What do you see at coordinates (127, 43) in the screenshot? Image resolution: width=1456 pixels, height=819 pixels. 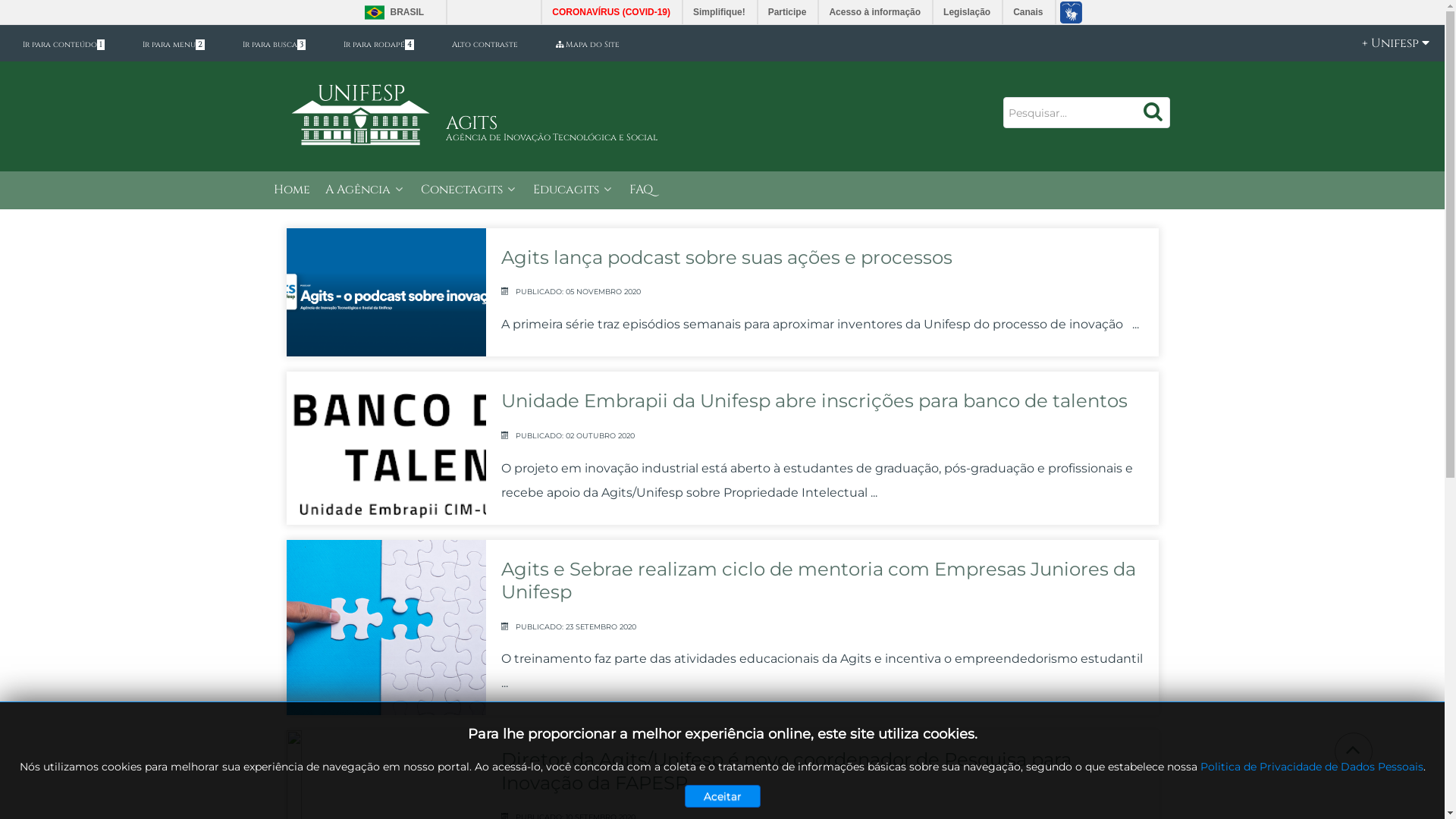 I see `'Ir para menu2'` at bounding box center [127, 43].